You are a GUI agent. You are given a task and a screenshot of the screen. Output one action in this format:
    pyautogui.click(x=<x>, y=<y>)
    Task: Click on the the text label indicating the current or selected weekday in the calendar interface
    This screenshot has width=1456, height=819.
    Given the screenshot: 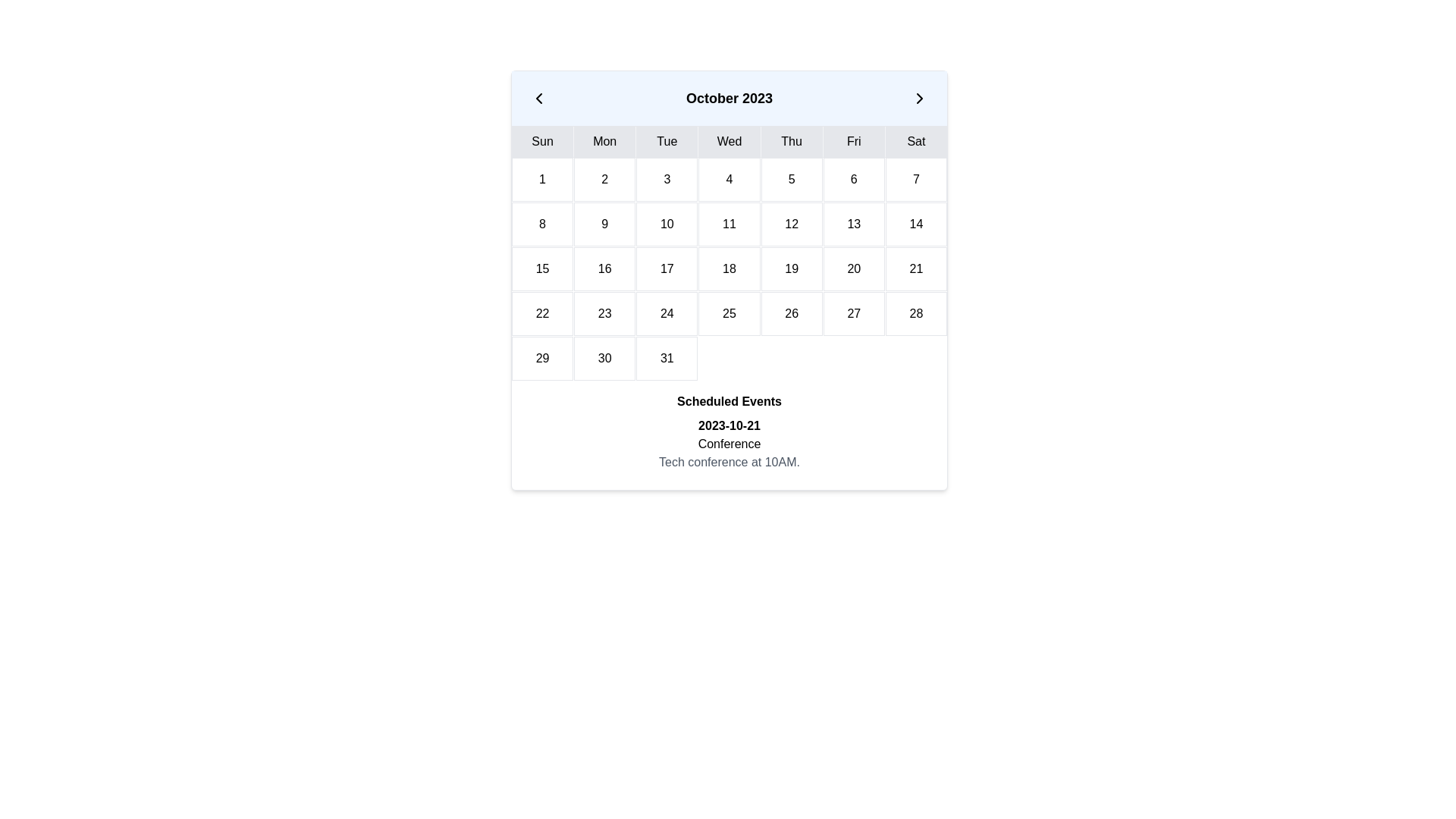 What is the action you would take?
    pyautogui.click(x=729, y=141)
    